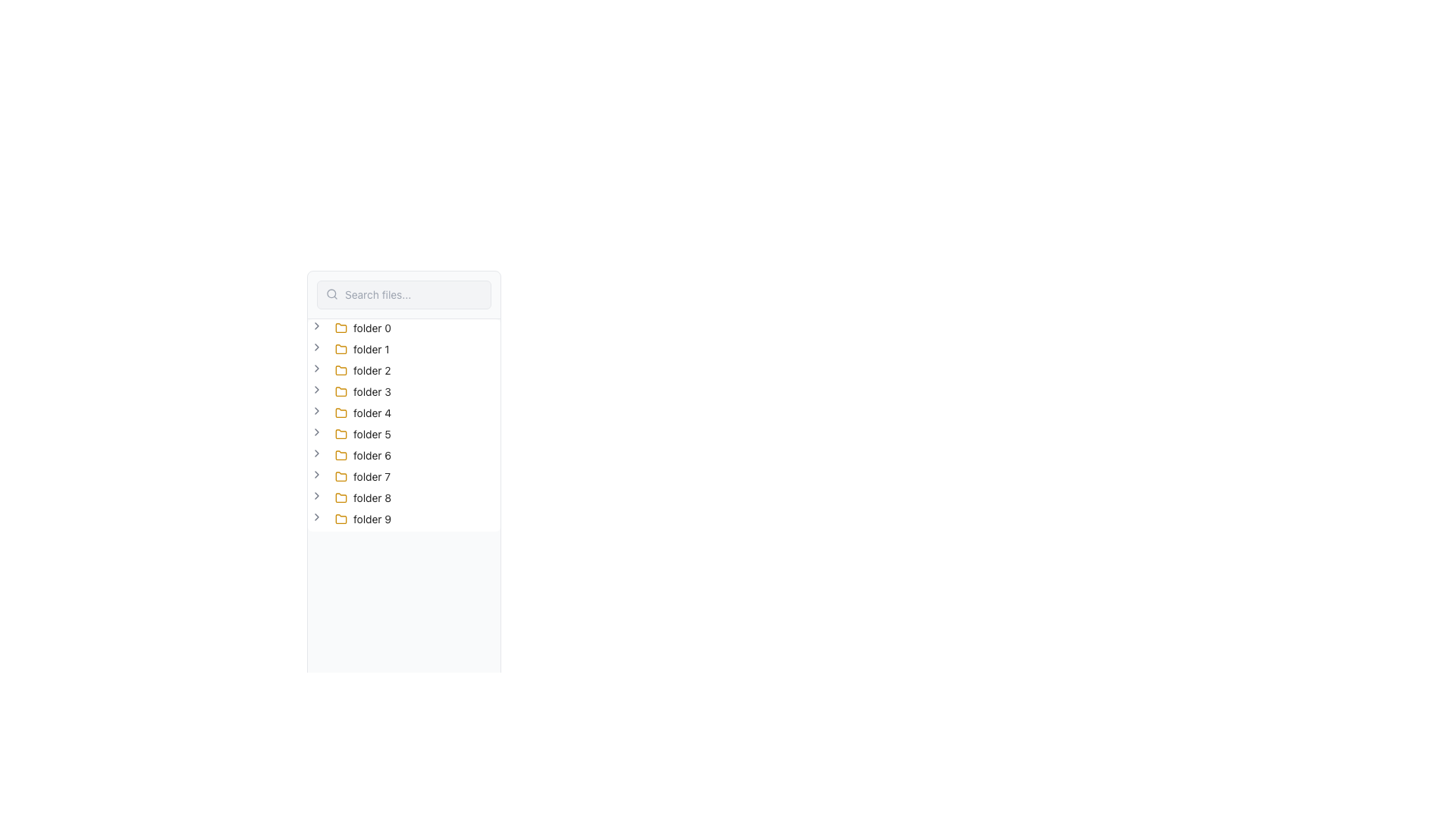 The height and width of the screenshot is (819, 1456). I want to click on the fifth folder item in the file browsing interface, so click(362, 413).